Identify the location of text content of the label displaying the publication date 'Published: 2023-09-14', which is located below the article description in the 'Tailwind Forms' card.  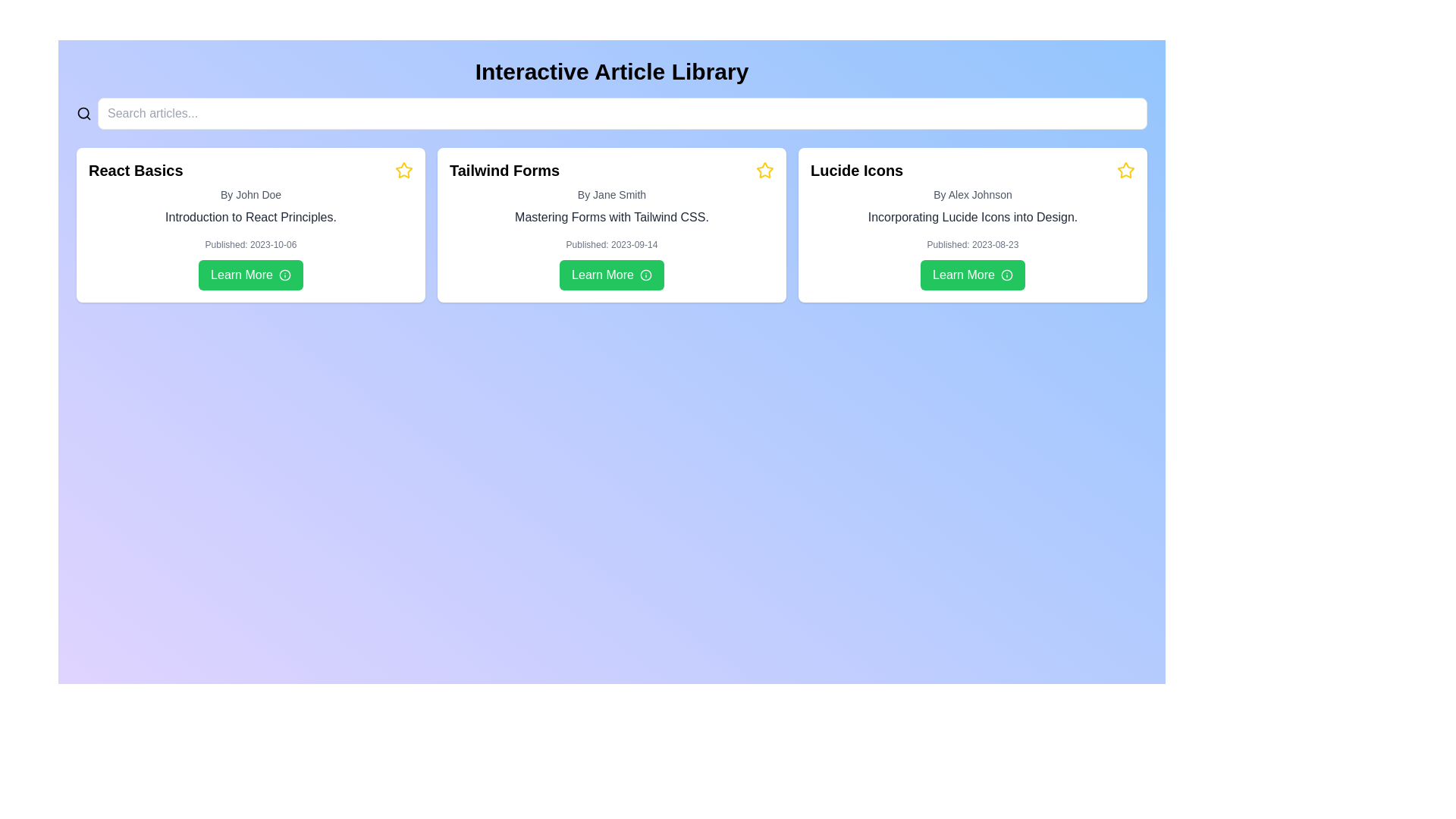
(611, 244).